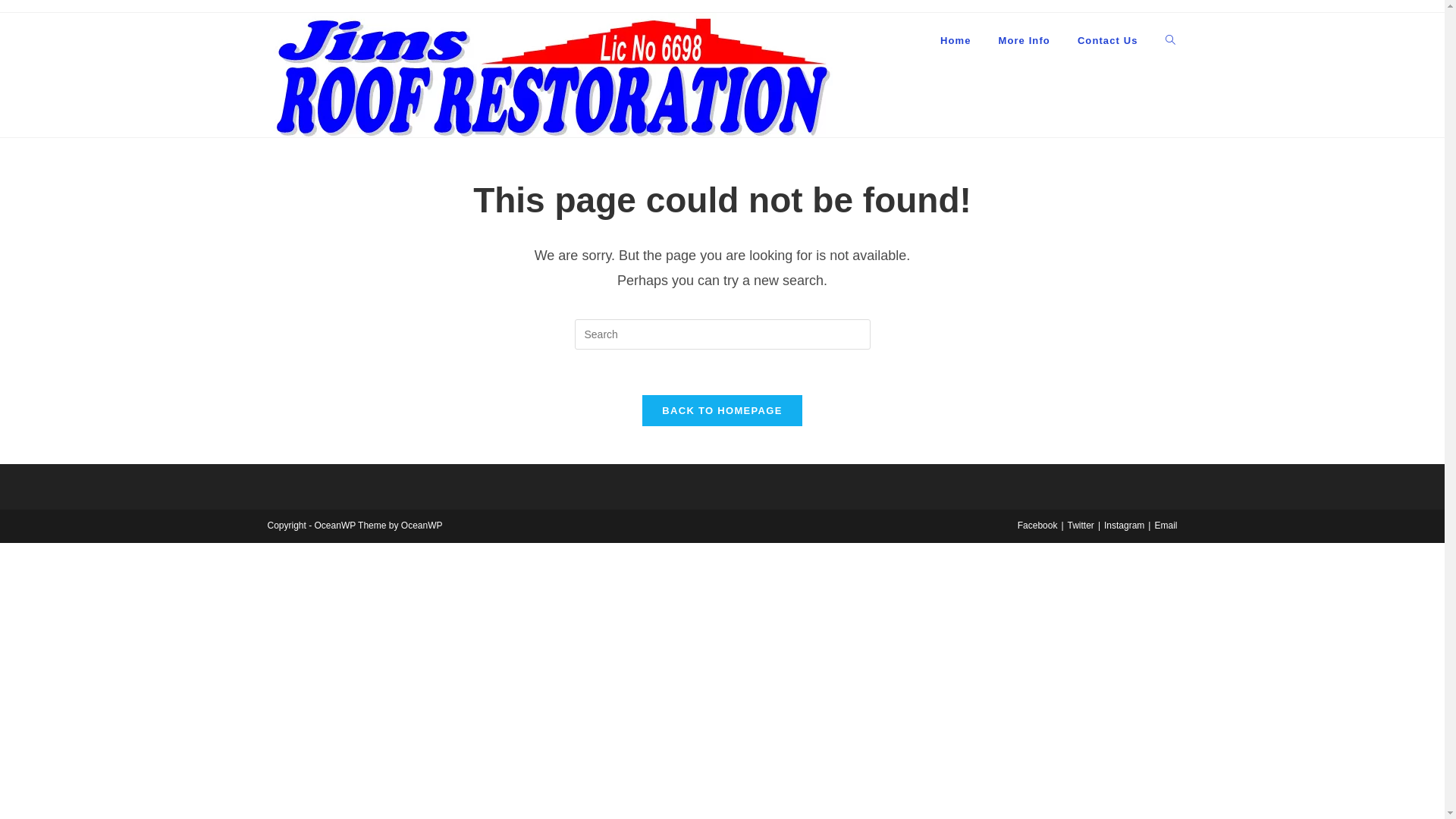 Image resolution: width=1456 pixels, height=819 pixels. What do you see at coordinates (1124, 525) in the screenshot?
I see `'Instagram'` at bounding box center [1124, 525].